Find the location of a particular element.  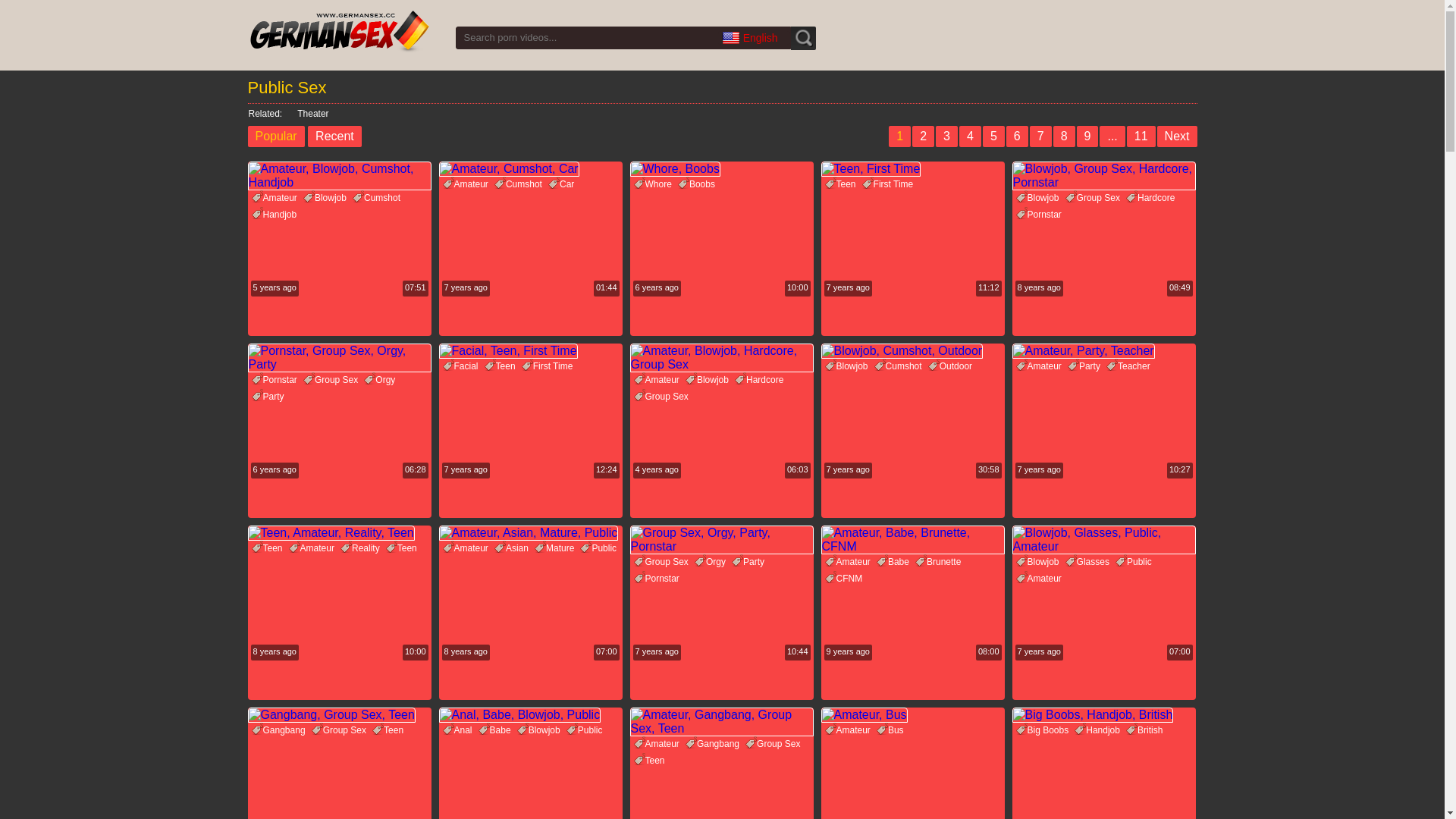

'4' is located at coordinates (969, 136).